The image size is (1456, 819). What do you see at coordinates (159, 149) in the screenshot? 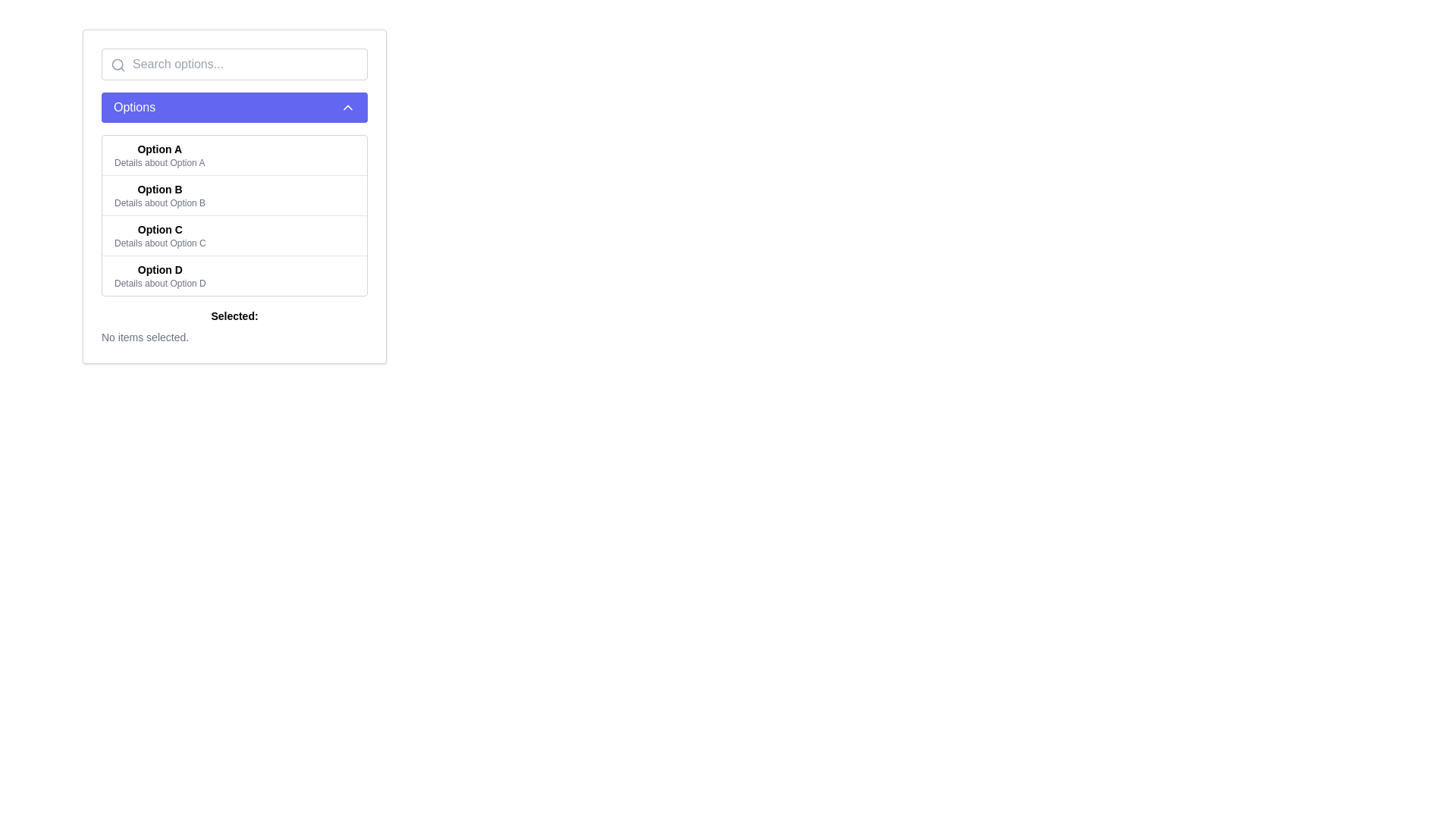
I see `the text label representing the first selectable option in the list, located at the upper text in the first row` at bounding box center [159, 149].